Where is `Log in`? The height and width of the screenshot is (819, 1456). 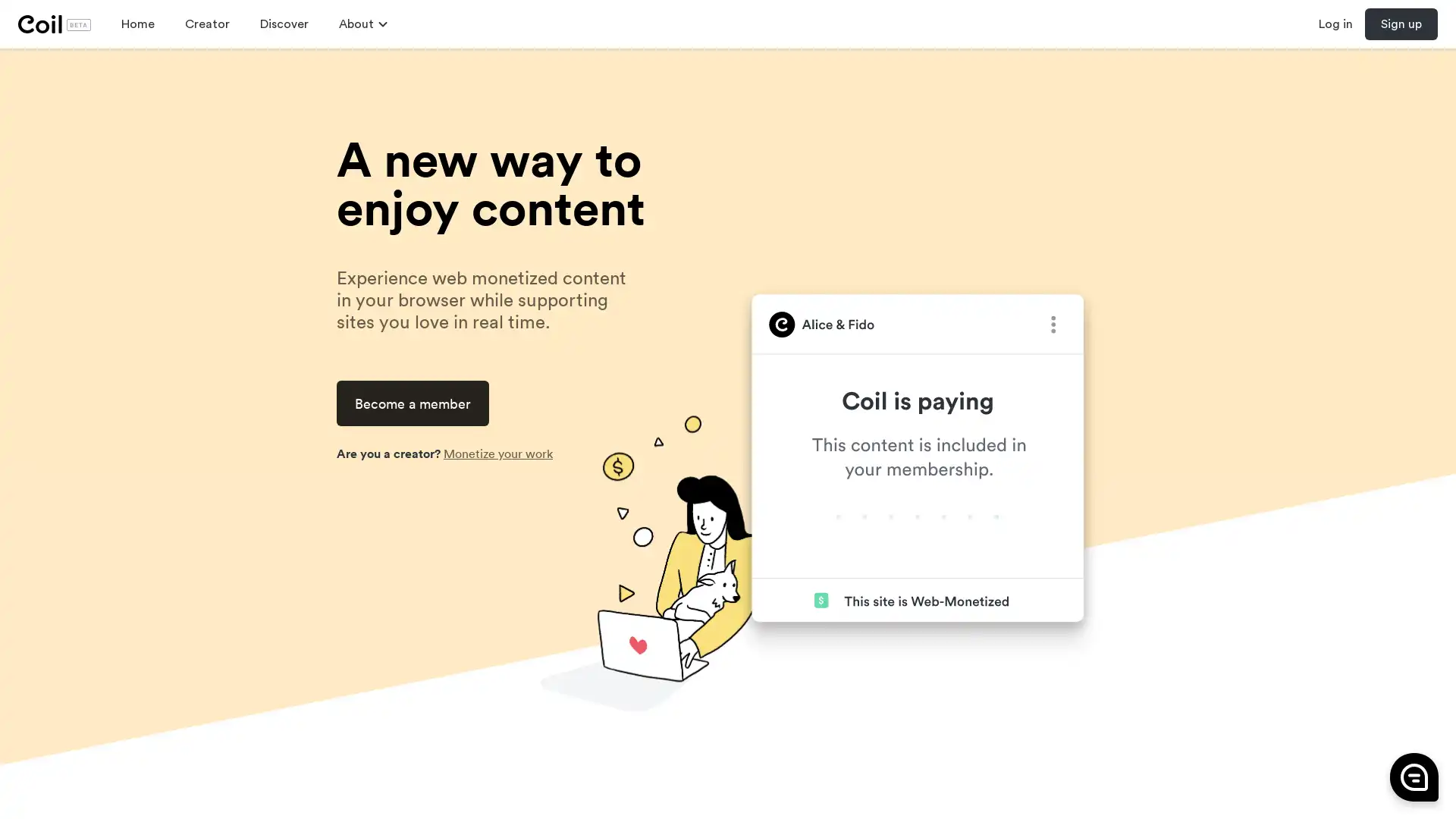
Log in is located at coordinates (1335, 24).